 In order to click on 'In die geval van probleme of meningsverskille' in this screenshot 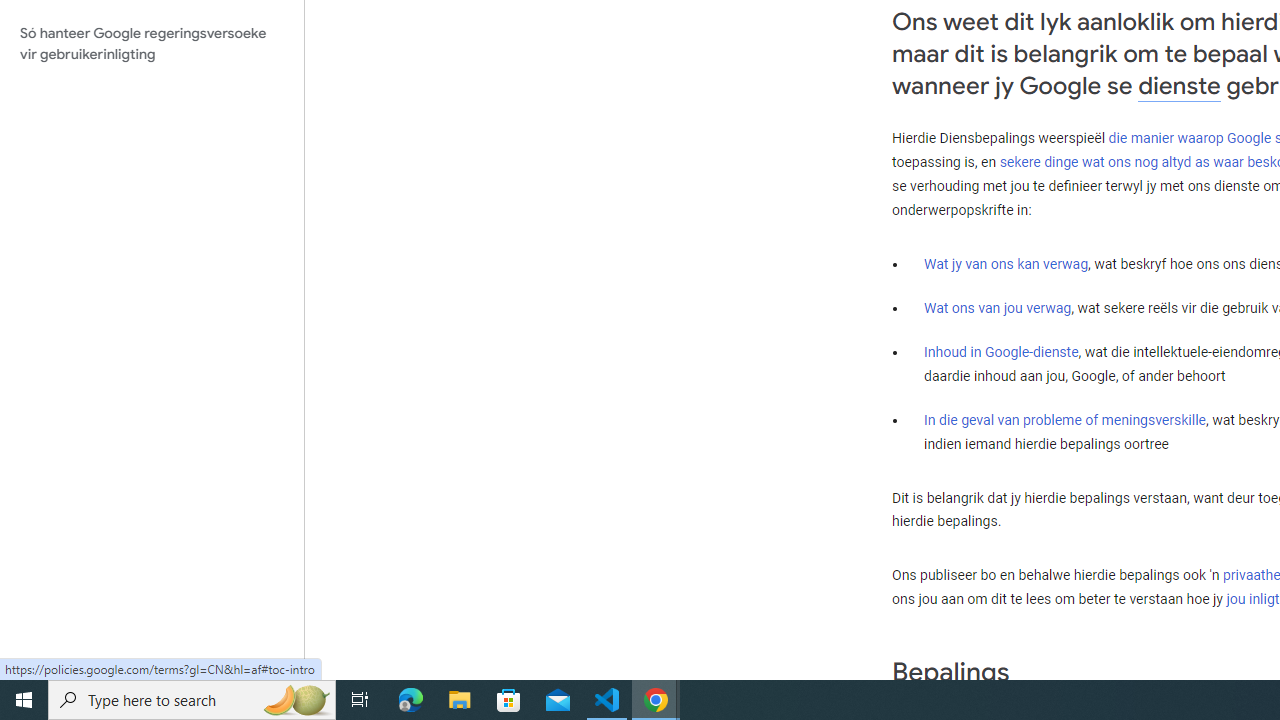, I will do `click(1063, 419)`.